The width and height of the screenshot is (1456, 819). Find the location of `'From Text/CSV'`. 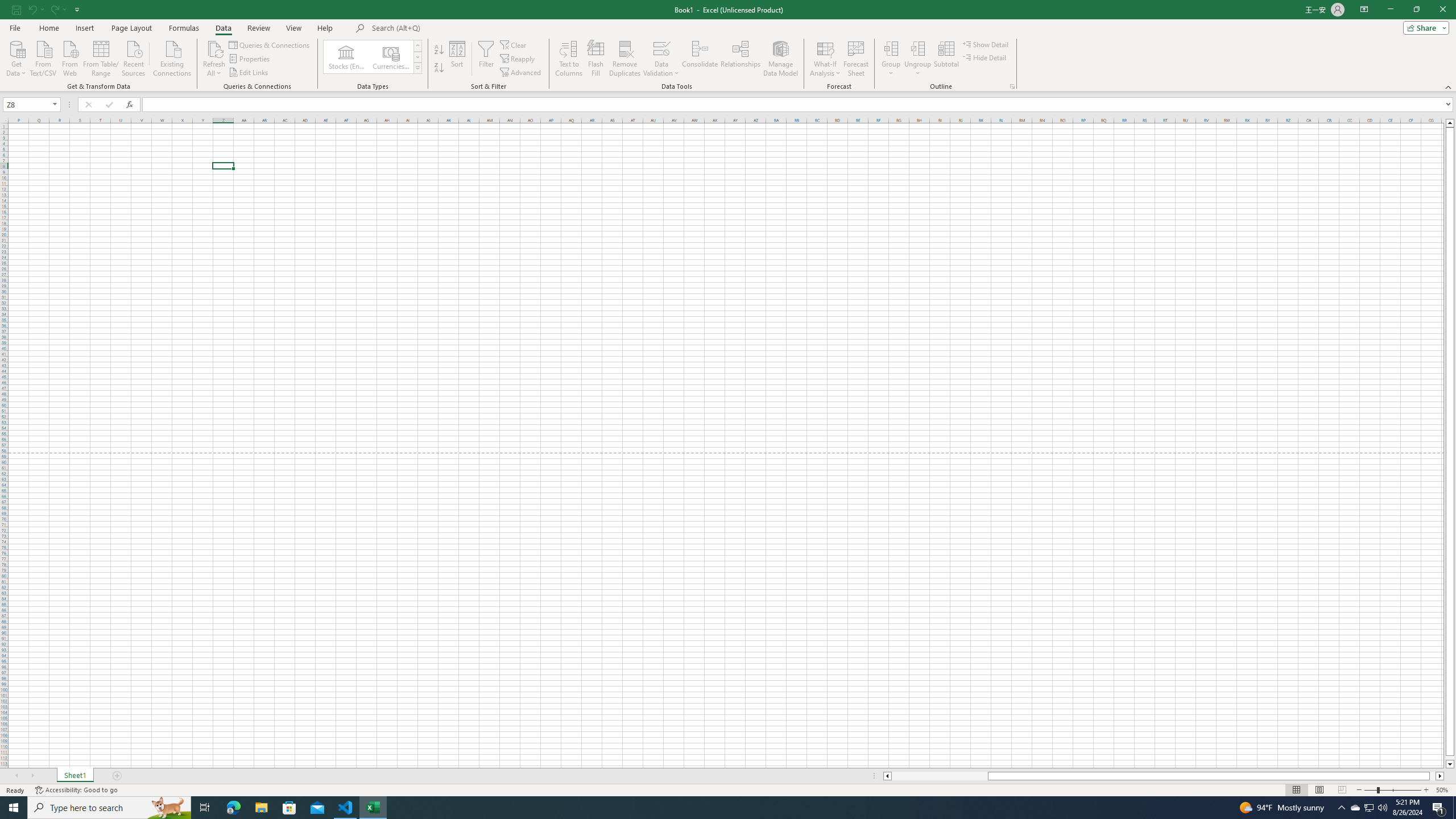

'From Text/CSV' is located at coordinates (43, 57).